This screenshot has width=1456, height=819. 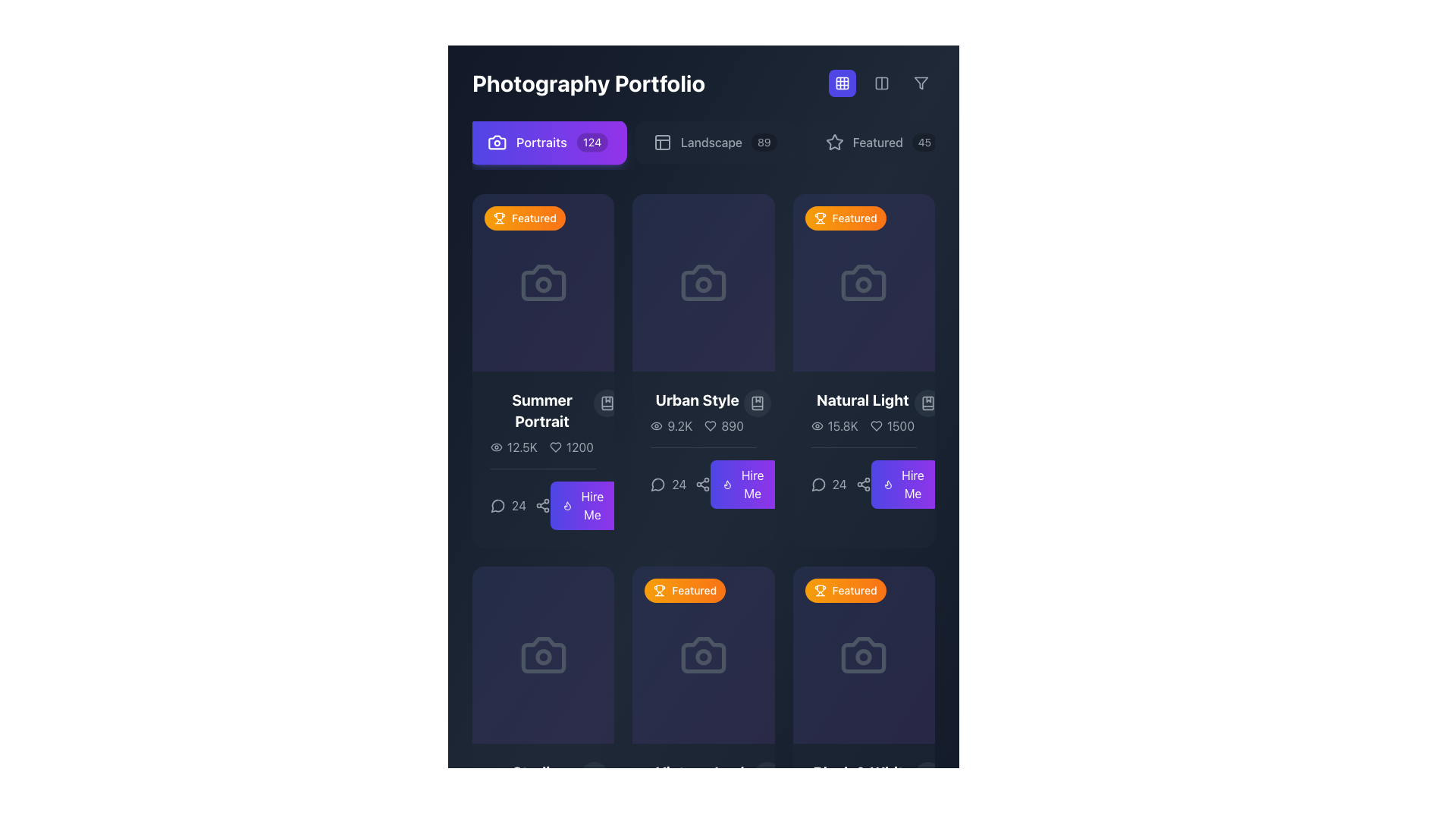 What do you see at coordinates (543, 371) in the screenshot?
I see `the title of the 'Summer Portrait' card in the topmost row of the grid layout` at bounding box center [543, 371].